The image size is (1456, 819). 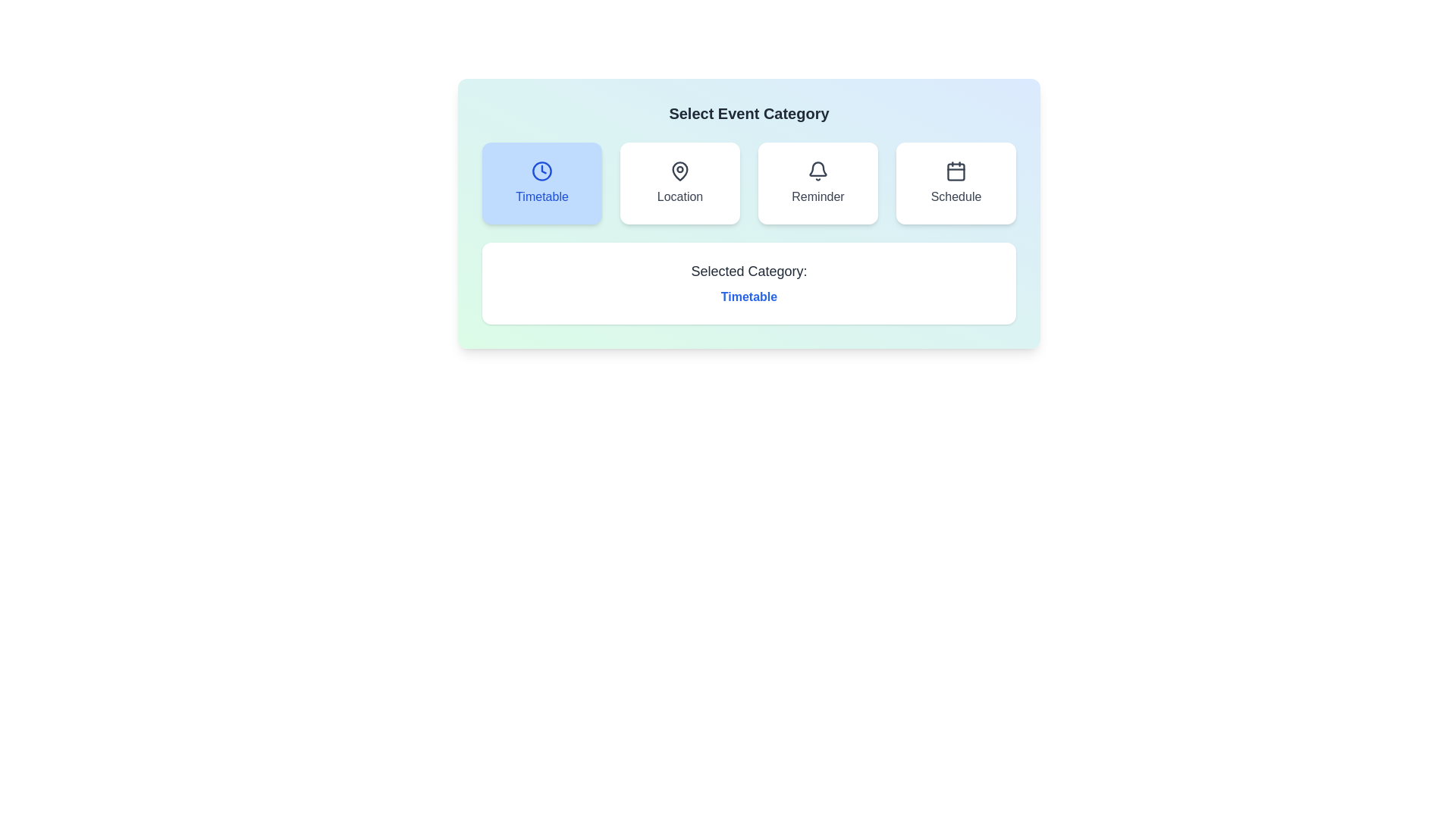 What do you see at coordinates (542, 183) in the screenshot?
I see `the event category Timetable by clicking on its respective button` at bounding box center [542, 183].